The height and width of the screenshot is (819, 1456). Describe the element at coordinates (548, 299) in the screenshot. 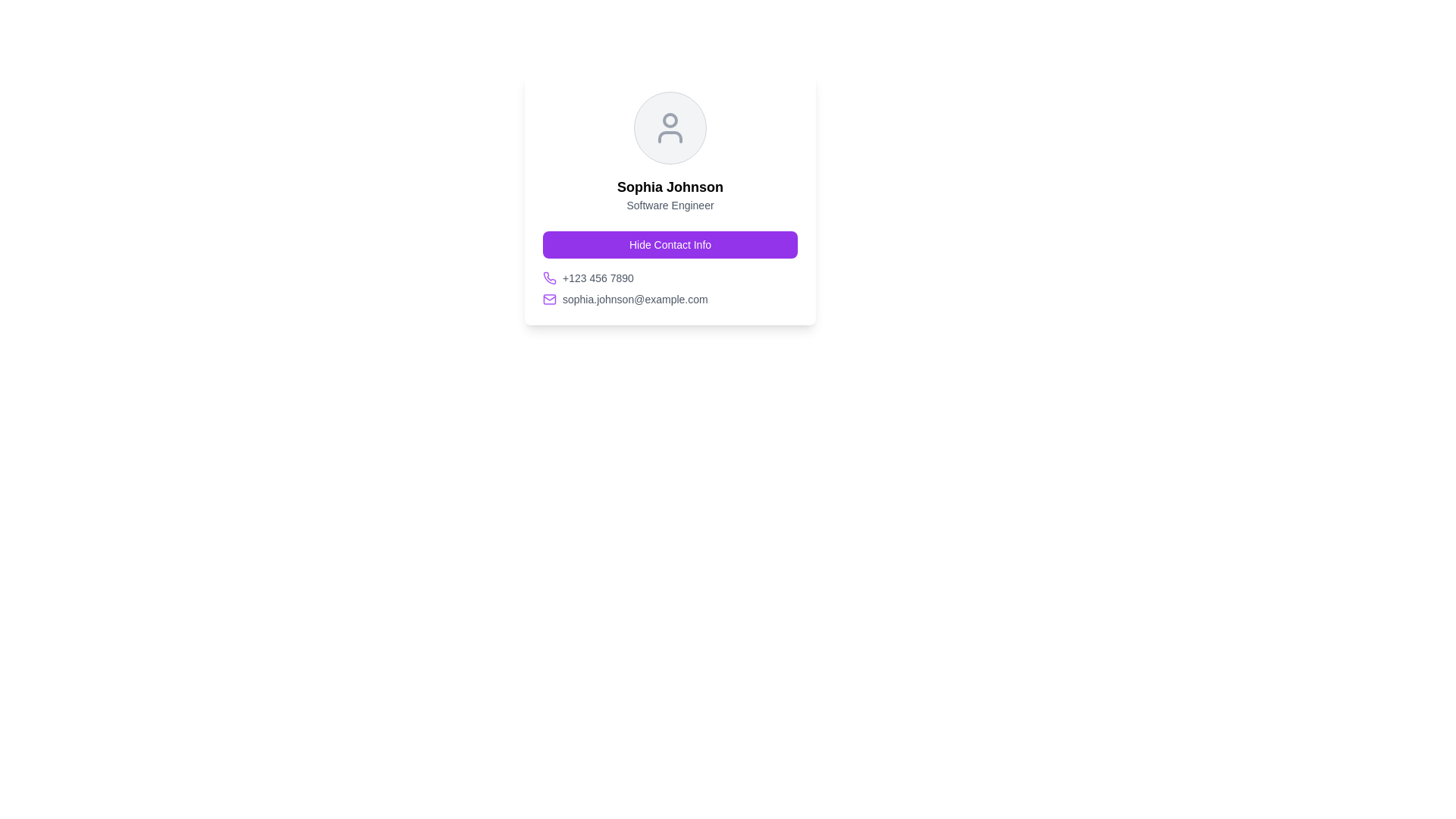

I see `the email icon located at the lower-left corner of the card layout, adjacent to the email address 'sophia.johnson@example.com'` at that location.